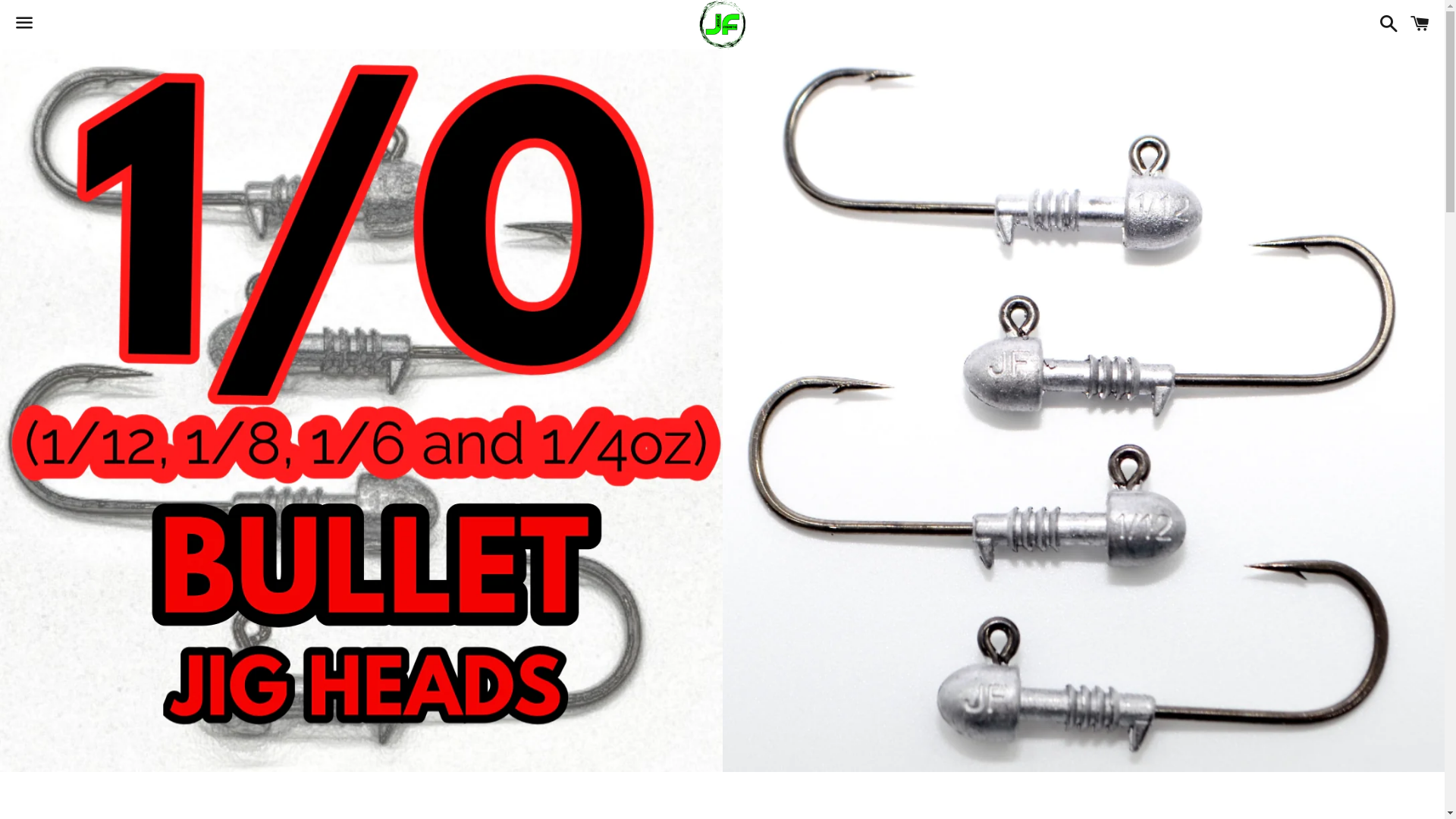 The width and height of the screenshot is (1456, 819). I want to click on 'Search', so click(1385, 24).